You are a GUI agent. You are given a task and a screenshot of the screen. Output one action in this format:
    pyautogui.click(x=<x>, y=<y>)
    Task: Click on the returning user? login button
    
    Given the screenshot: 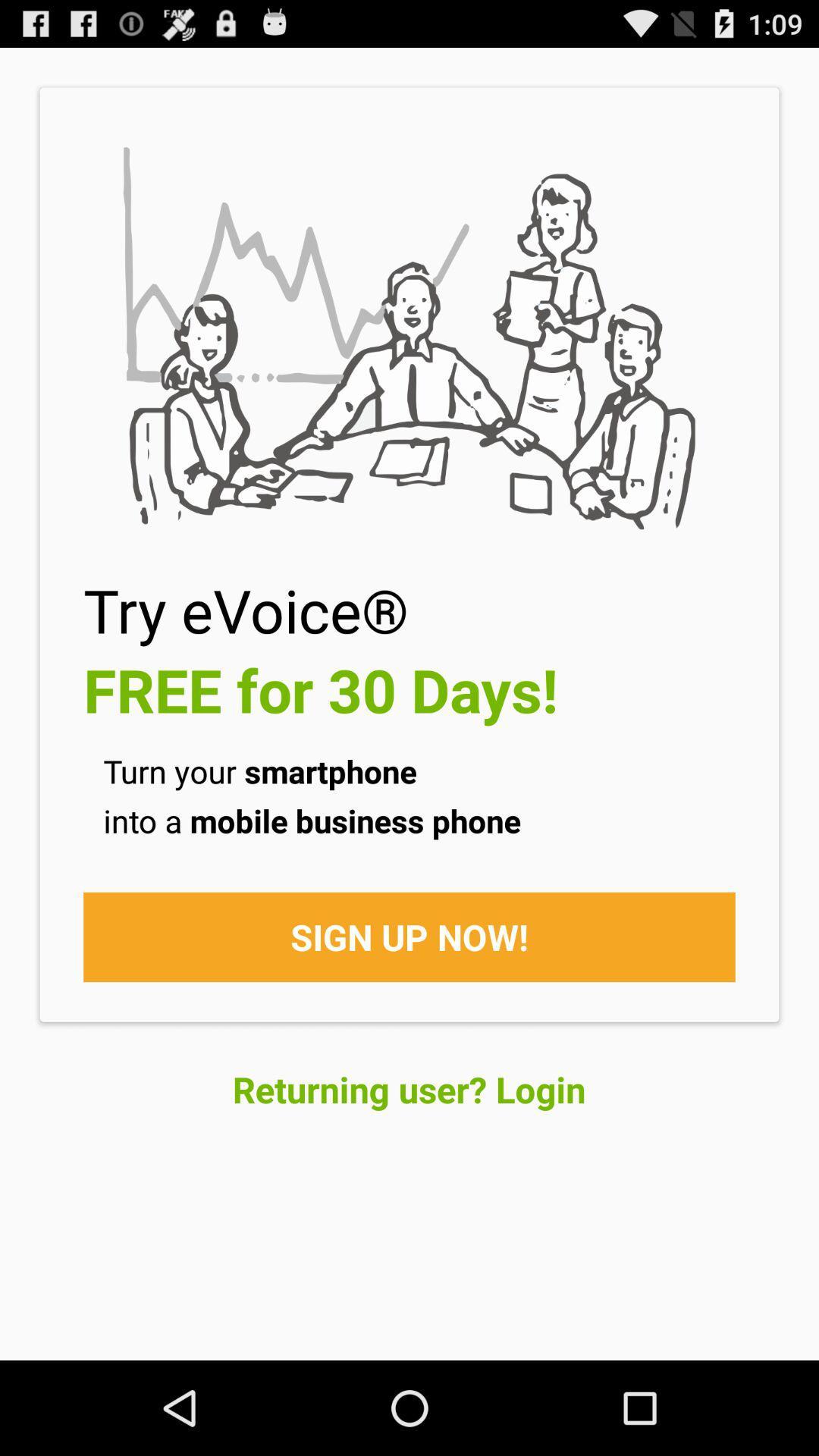 What is the action you would take?
    pyautogui.click(x=408, y=1088)
    